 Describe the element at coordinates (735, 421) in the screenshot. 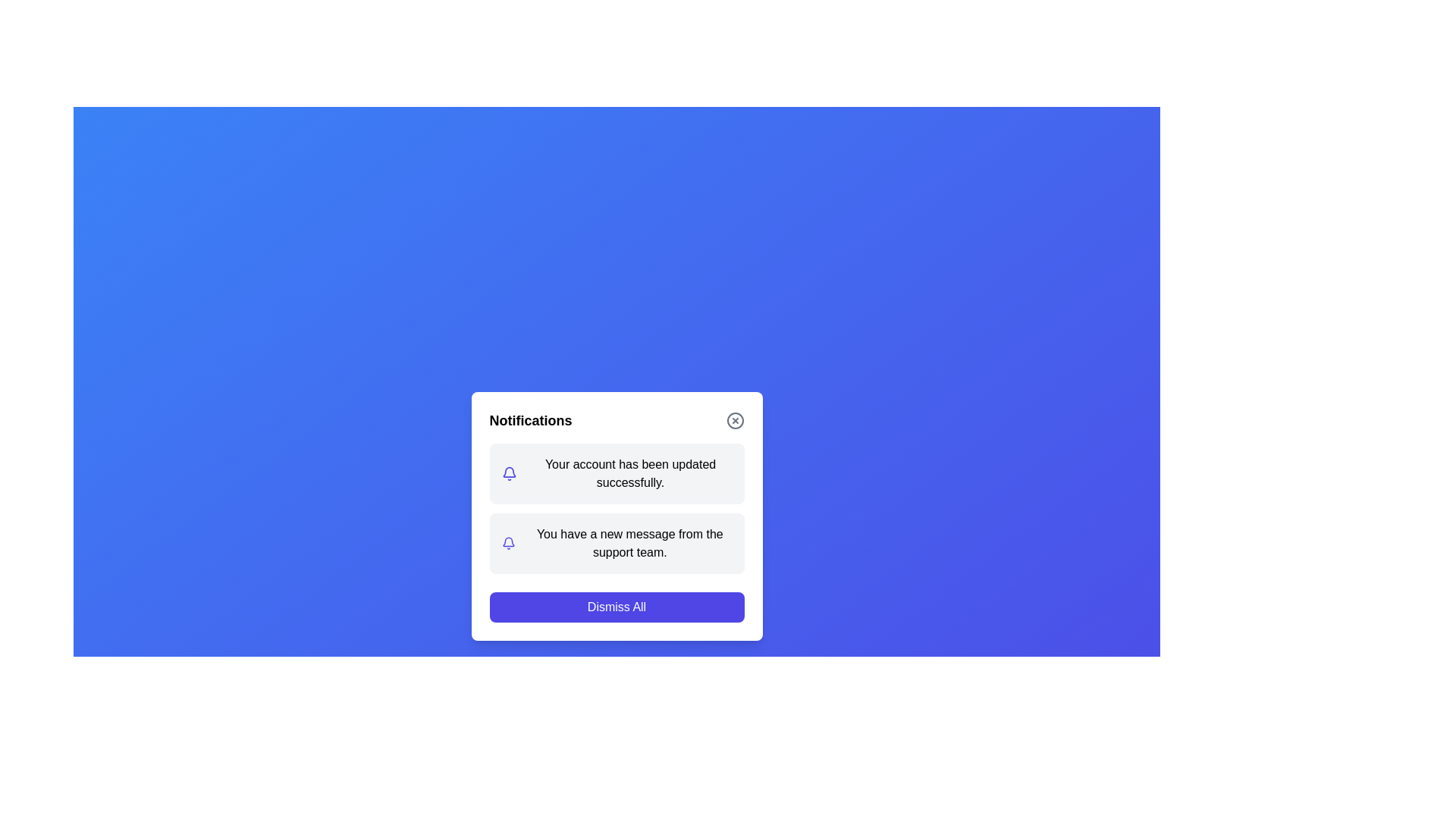

I see `the close button icon` at that location.